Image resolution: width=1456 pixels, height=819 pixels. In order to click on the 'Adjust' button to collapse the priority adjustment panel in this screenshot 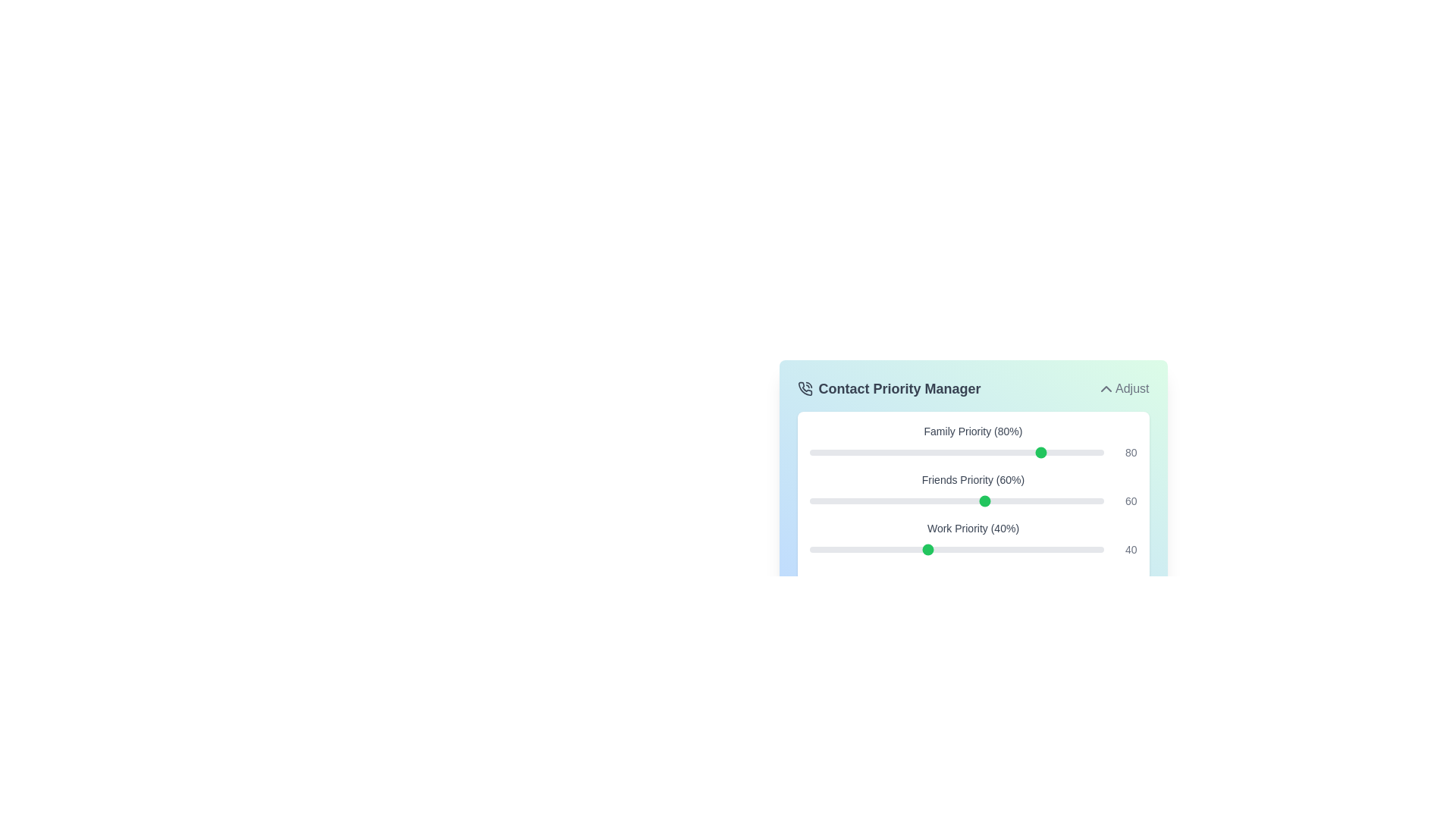, I will do `click(1123, 388)`.